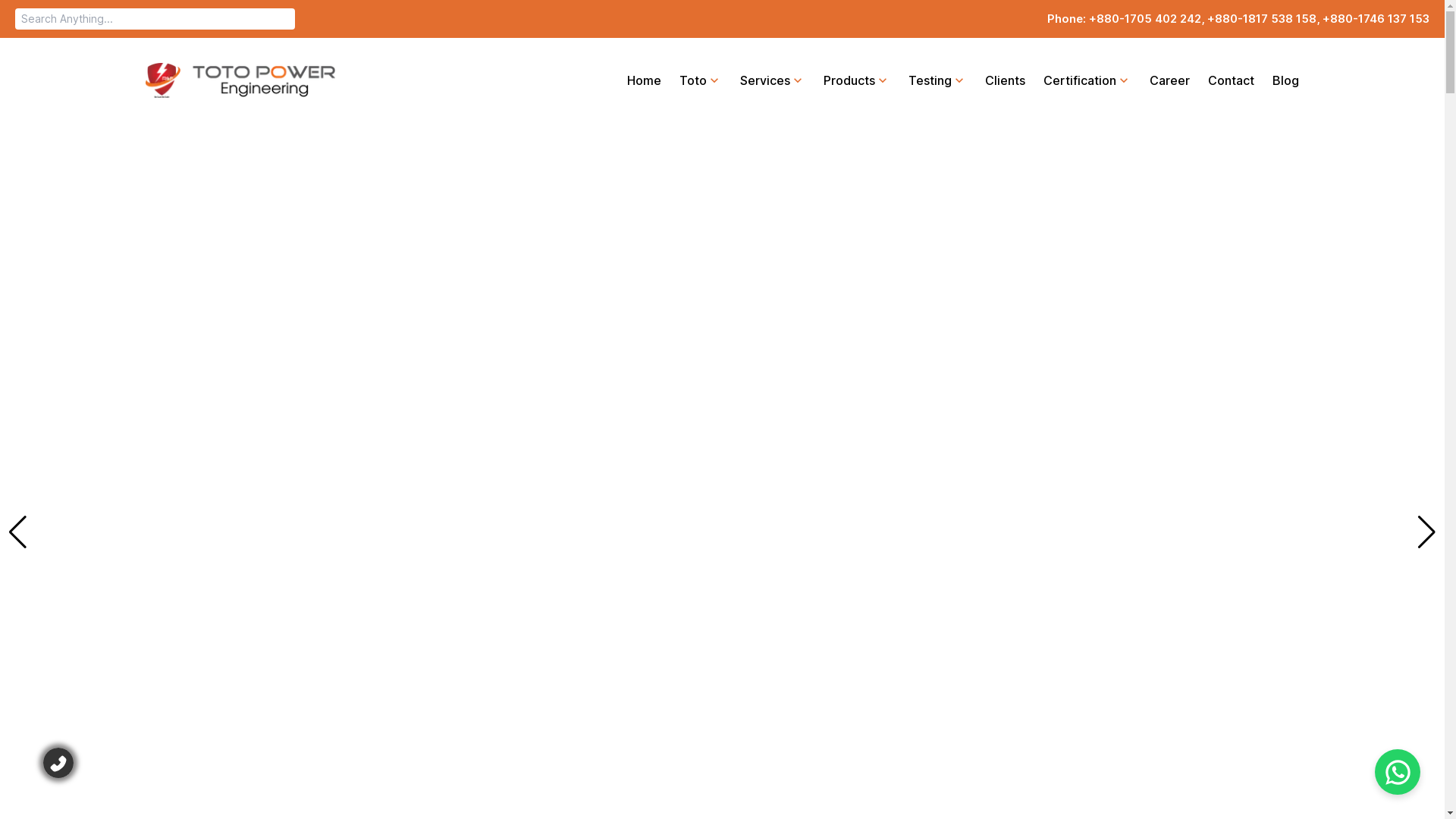  What do you see at coordinates (1039, 80) in the screenshot?
I see `'Certification'` at bounding box center [1039, 80].